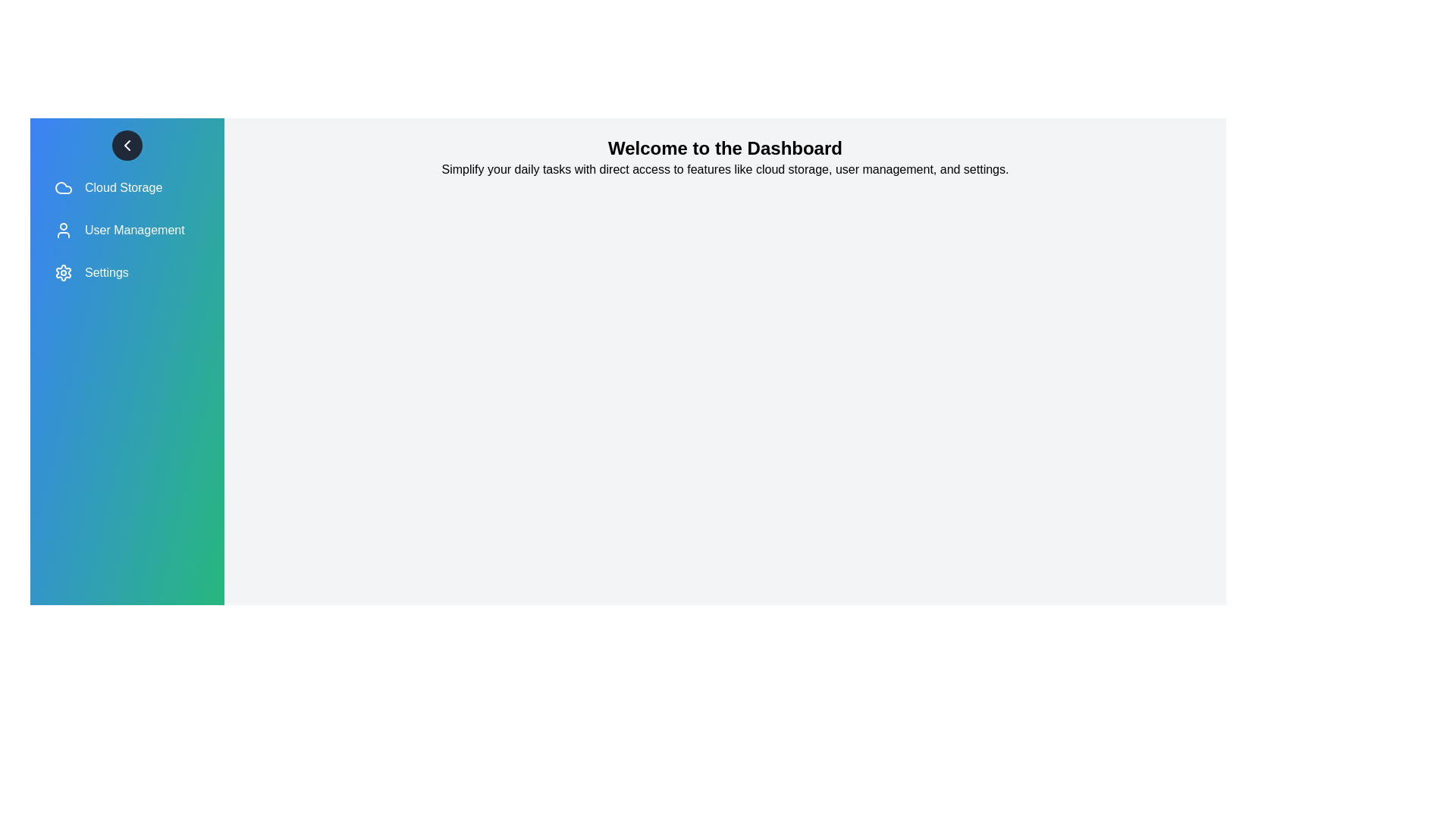 This screenshot has height=819, width=1456. What do you see at coordinates (127, 271) in the screenshot?
I see `the 'Settings' menu item in the DashboardDrawer` at bounding box center [127, 271].